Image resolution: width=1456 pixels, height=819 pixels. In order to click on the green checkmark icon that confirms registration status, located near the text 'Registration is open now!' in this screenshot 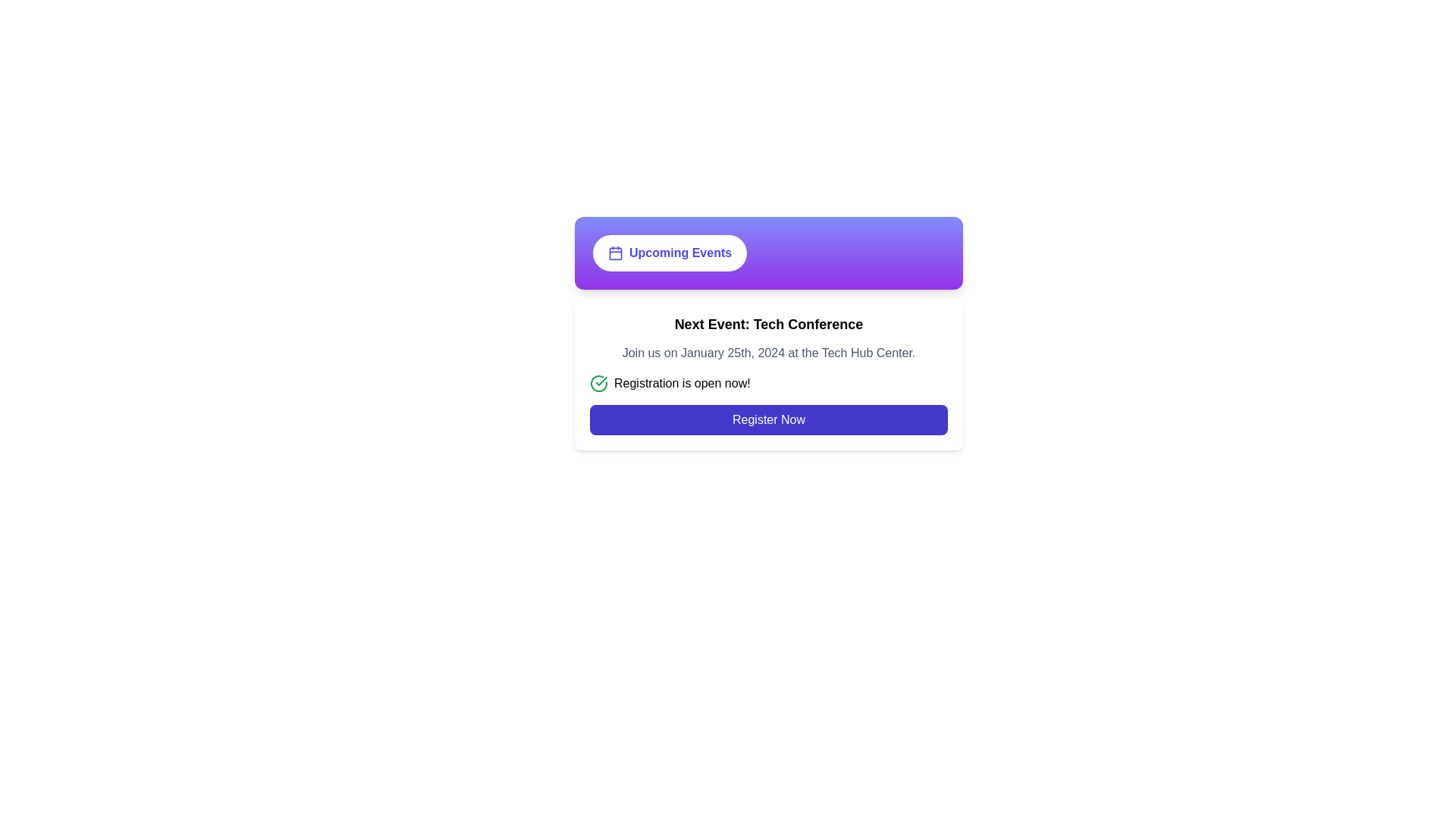, I will do `click(601, 380)`.